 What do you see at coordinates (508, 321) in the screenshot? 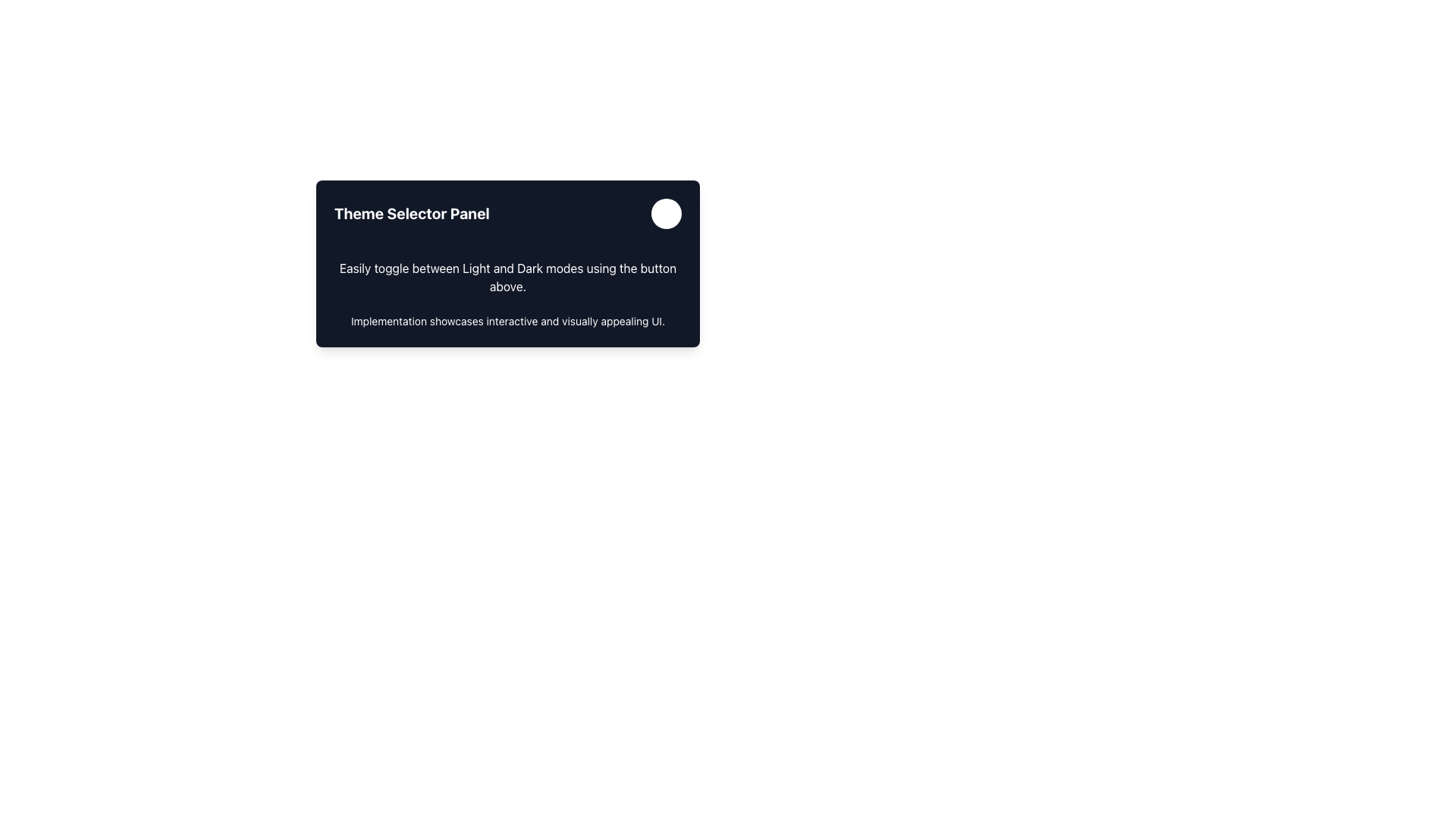
I see `the descriptive text located at the bottom of the dark-themed card-like panel, positioned below the paragraph about toggling modes` at bounding box center [508, 321].